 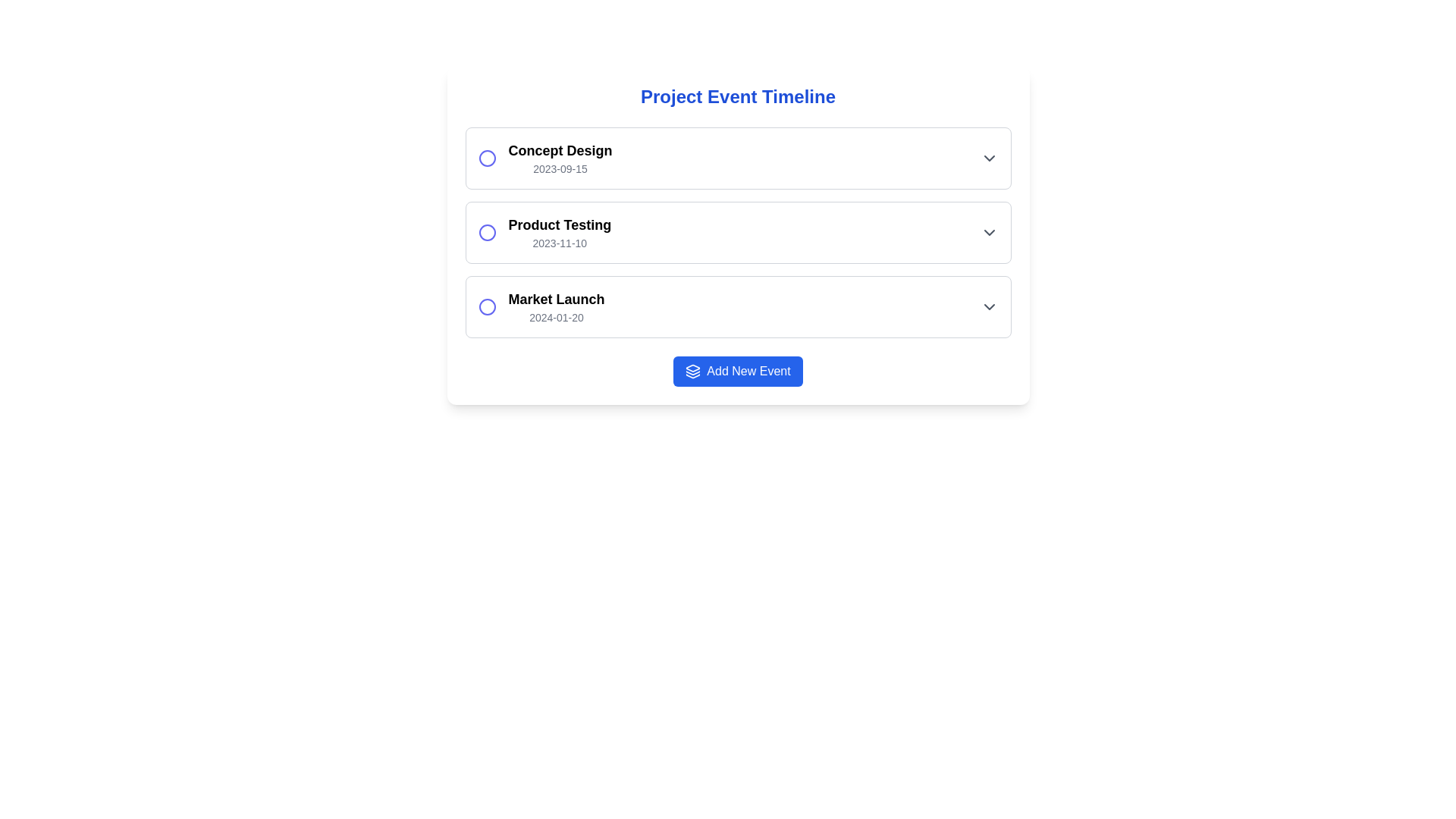 What do you see at coordinates (738, 96) in the screenshot?
I see `the bold, centered text label reading 'Project Event Timeline', which is styled in a large font size and blue color, located at the top of a white panel` at bounding box center [738, 96].